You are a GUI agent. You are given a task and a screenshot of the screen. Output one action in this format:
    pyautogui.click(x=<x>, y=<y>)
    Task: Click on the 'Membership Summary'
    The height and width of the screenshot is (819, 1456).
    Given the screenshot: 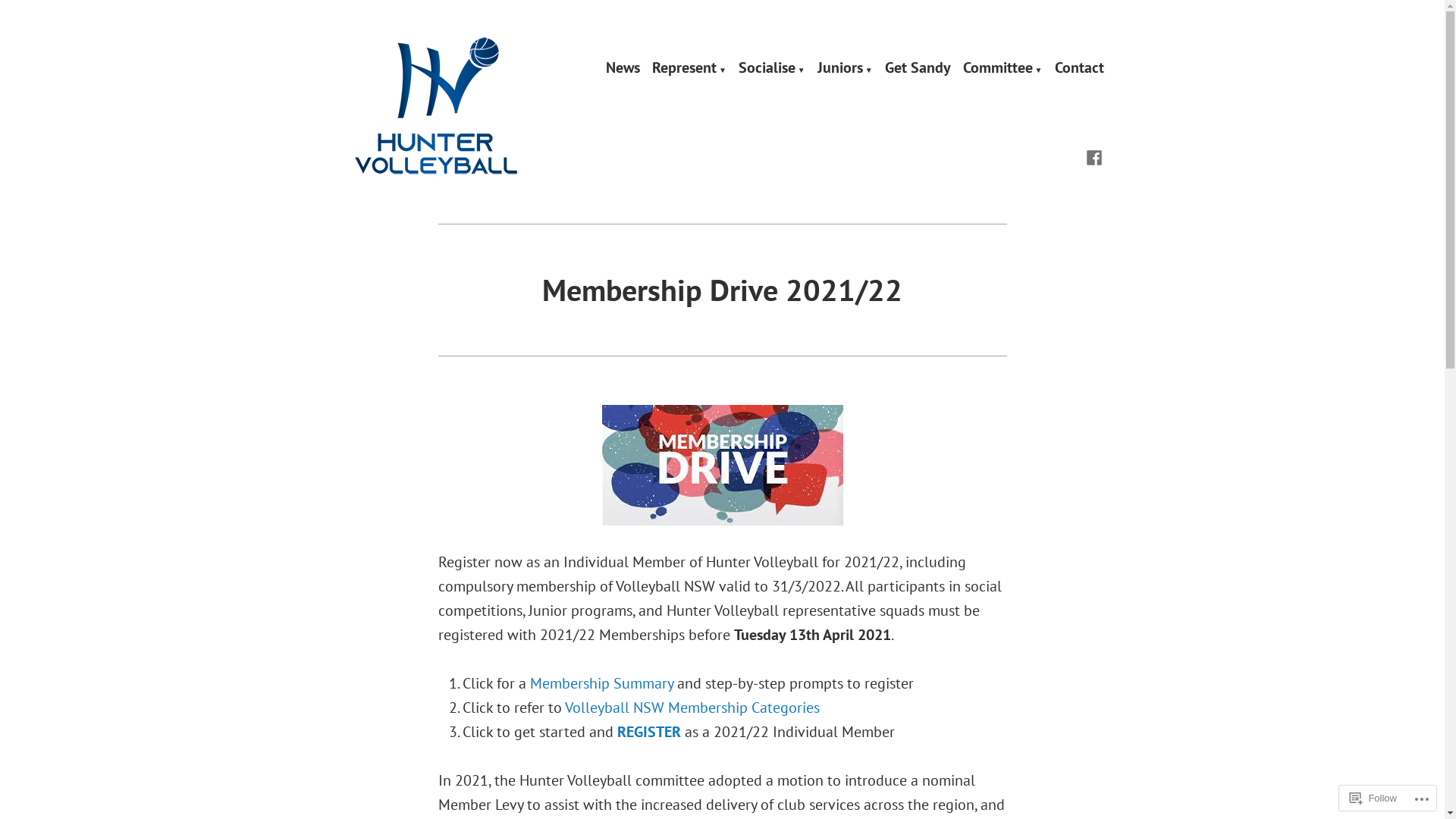 What is the action you would take?
    pyautogui.click(x=600, y=683)
    